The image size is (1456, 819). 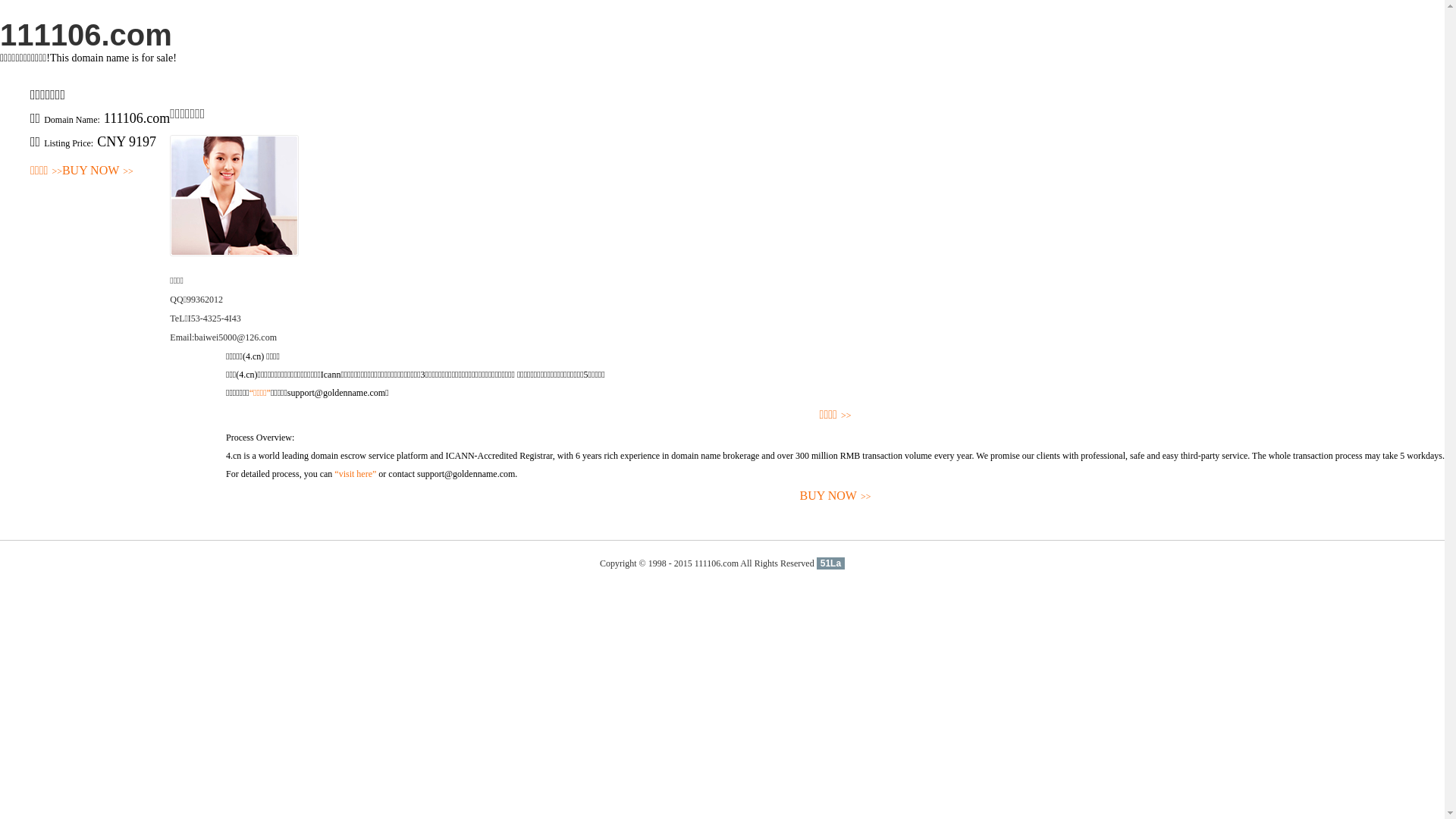 I want to click on '51La', so click(x=830, y=563).